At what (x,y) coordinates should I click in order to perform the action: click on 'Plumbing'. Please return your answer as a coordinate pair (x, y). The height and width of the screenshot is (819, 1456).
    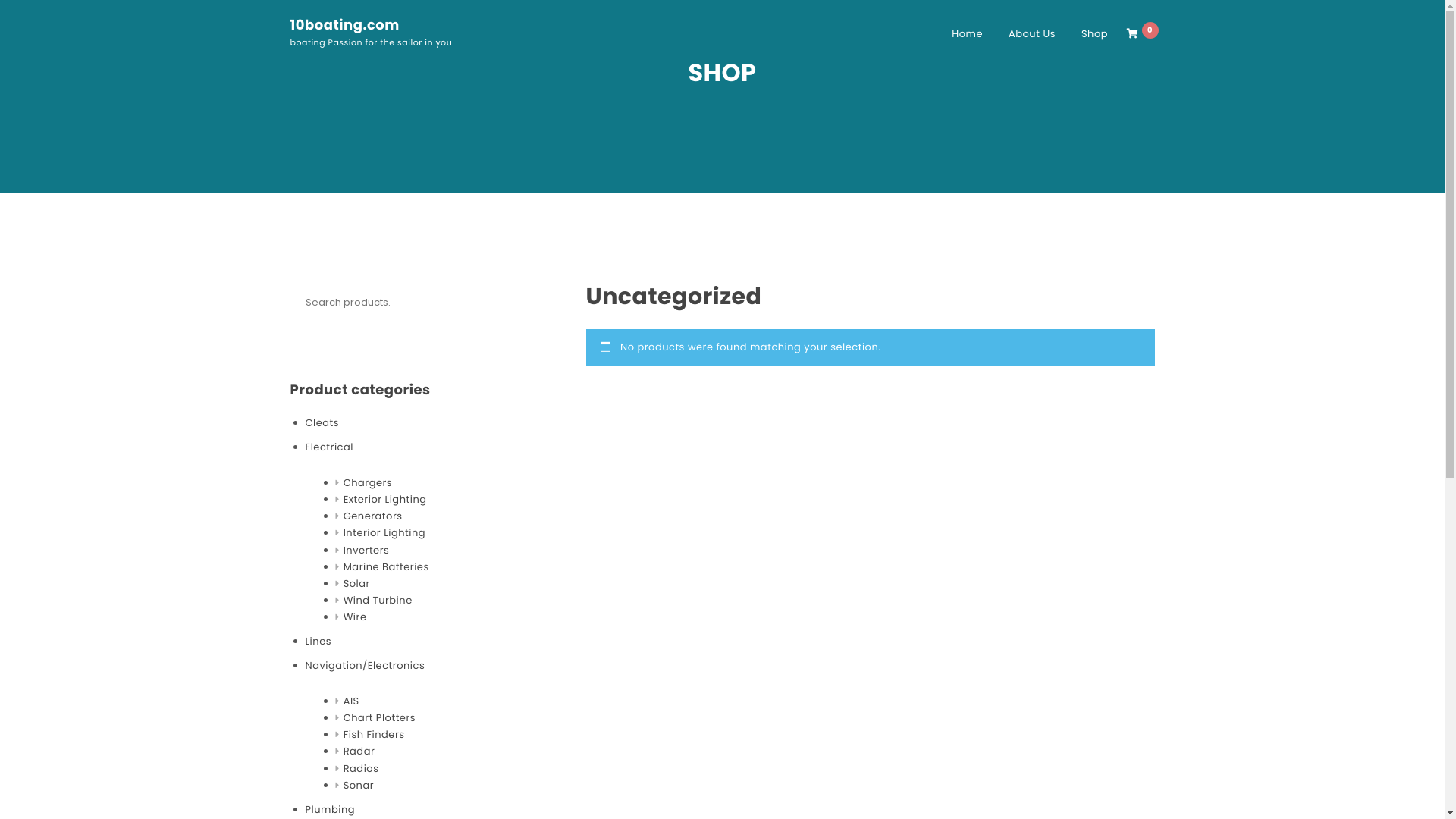
    Looking at the image, I should click on (329, 809).